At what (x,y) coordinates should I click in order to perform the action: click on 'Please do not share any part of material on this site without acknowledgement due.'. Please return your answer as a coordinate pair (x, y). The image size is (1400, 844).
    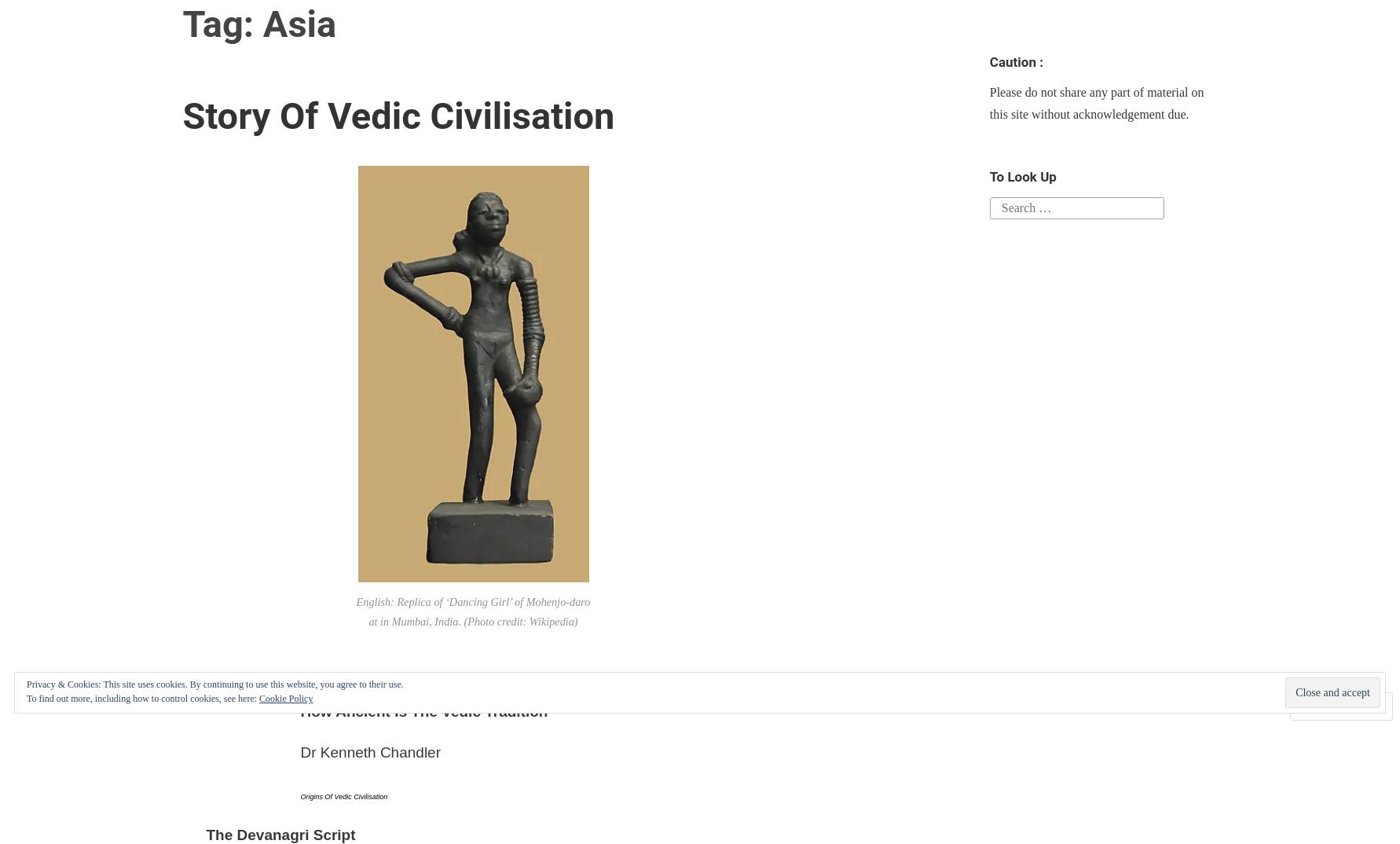
    Looking at the image, I should click on (988, 101).